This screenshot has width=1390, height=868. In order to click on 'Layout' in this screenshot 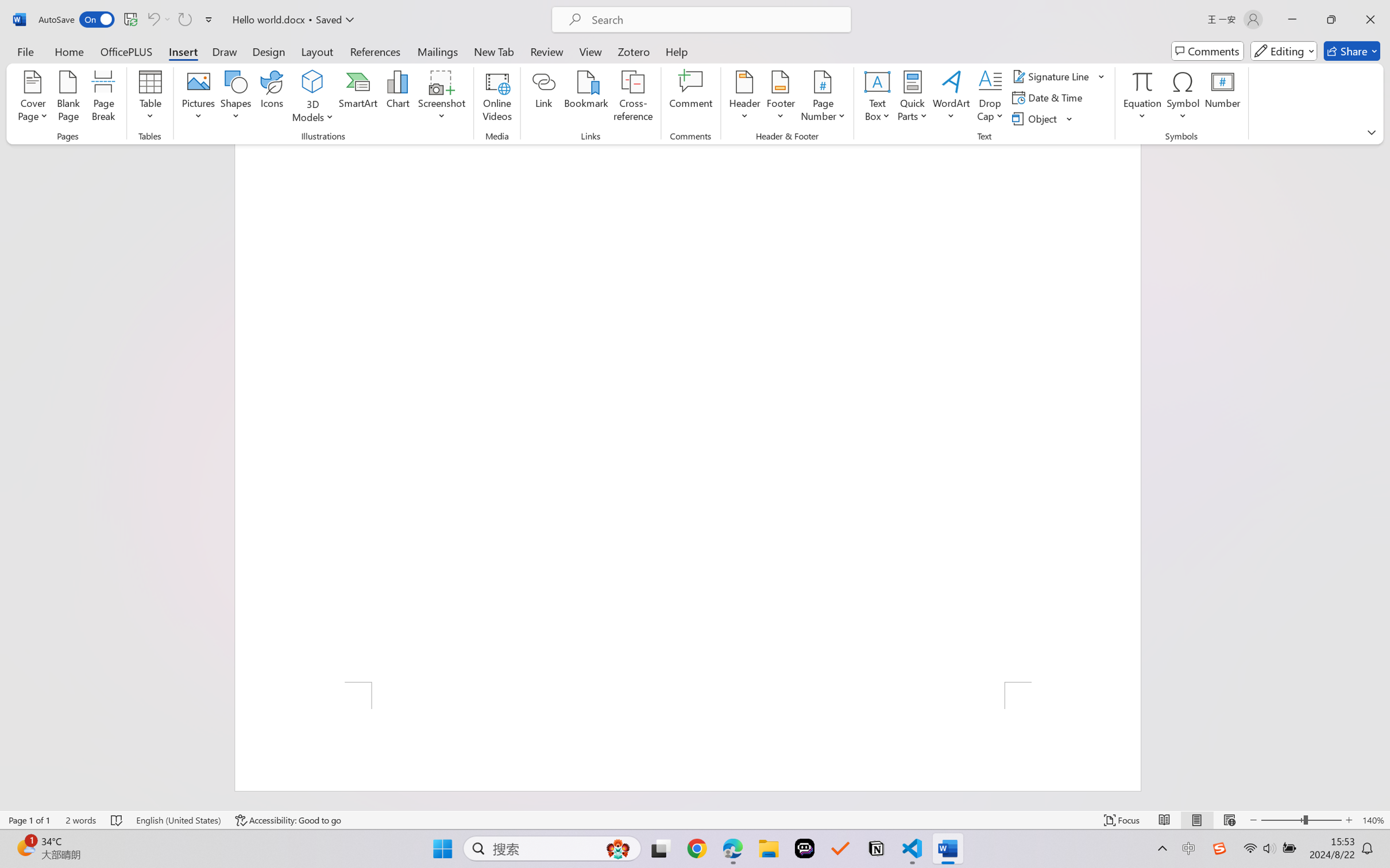, I will do `click(316, 51)`.